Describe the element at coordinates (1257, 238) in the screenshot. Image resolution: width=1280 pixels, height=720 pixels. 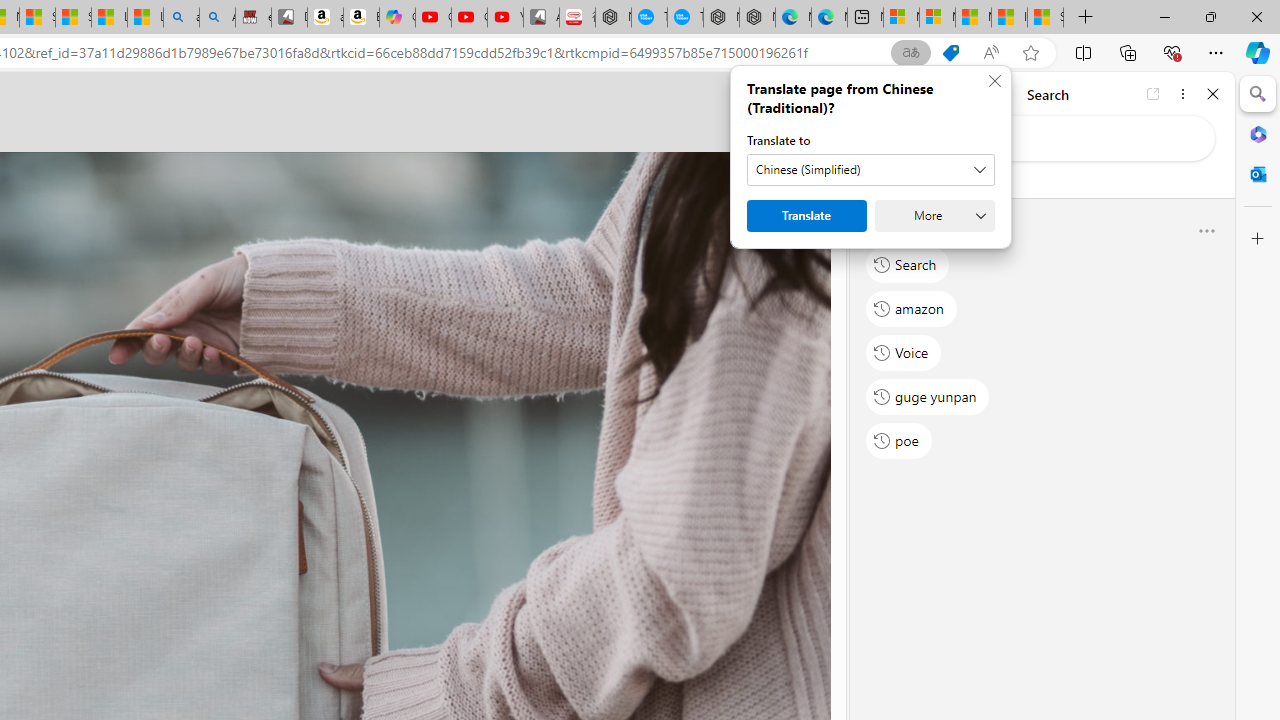
I see `'Customize'` at that location.